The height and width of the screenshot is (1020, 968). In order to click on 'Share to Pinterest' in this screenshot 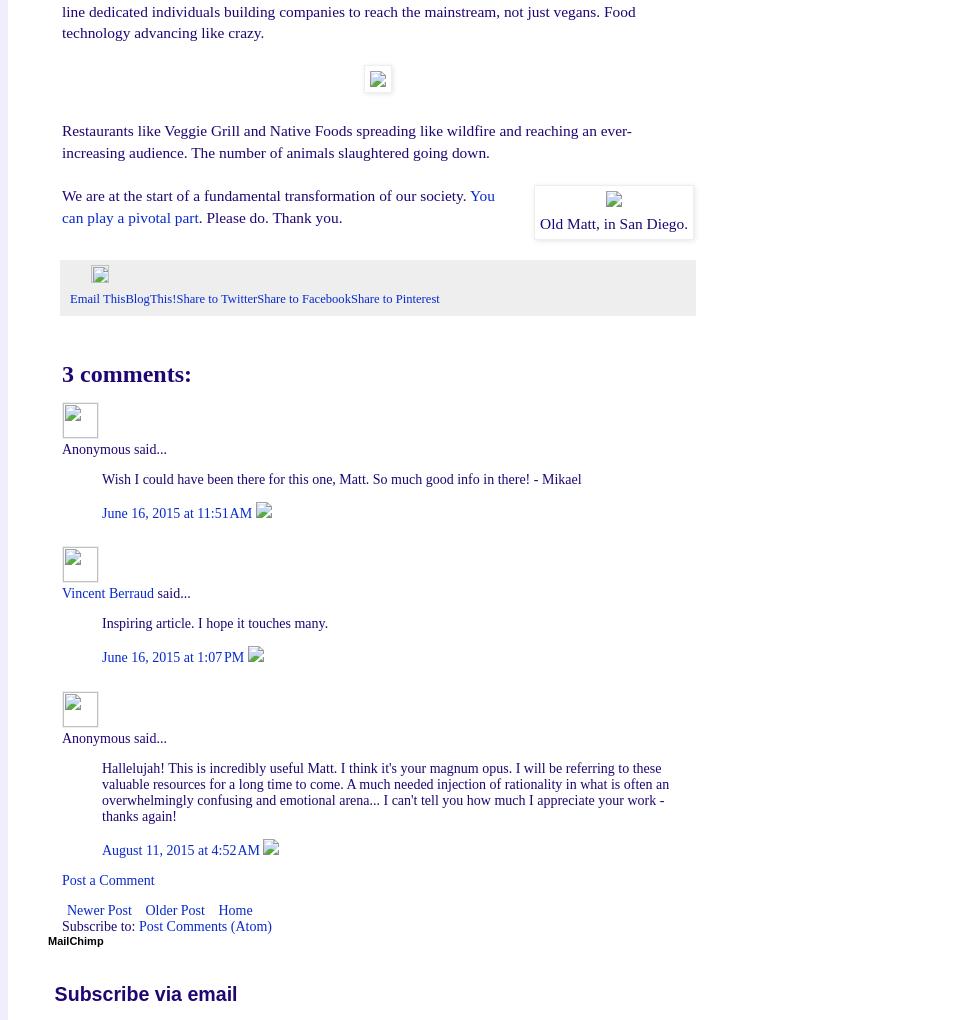, I will do `click(393, 298)`.